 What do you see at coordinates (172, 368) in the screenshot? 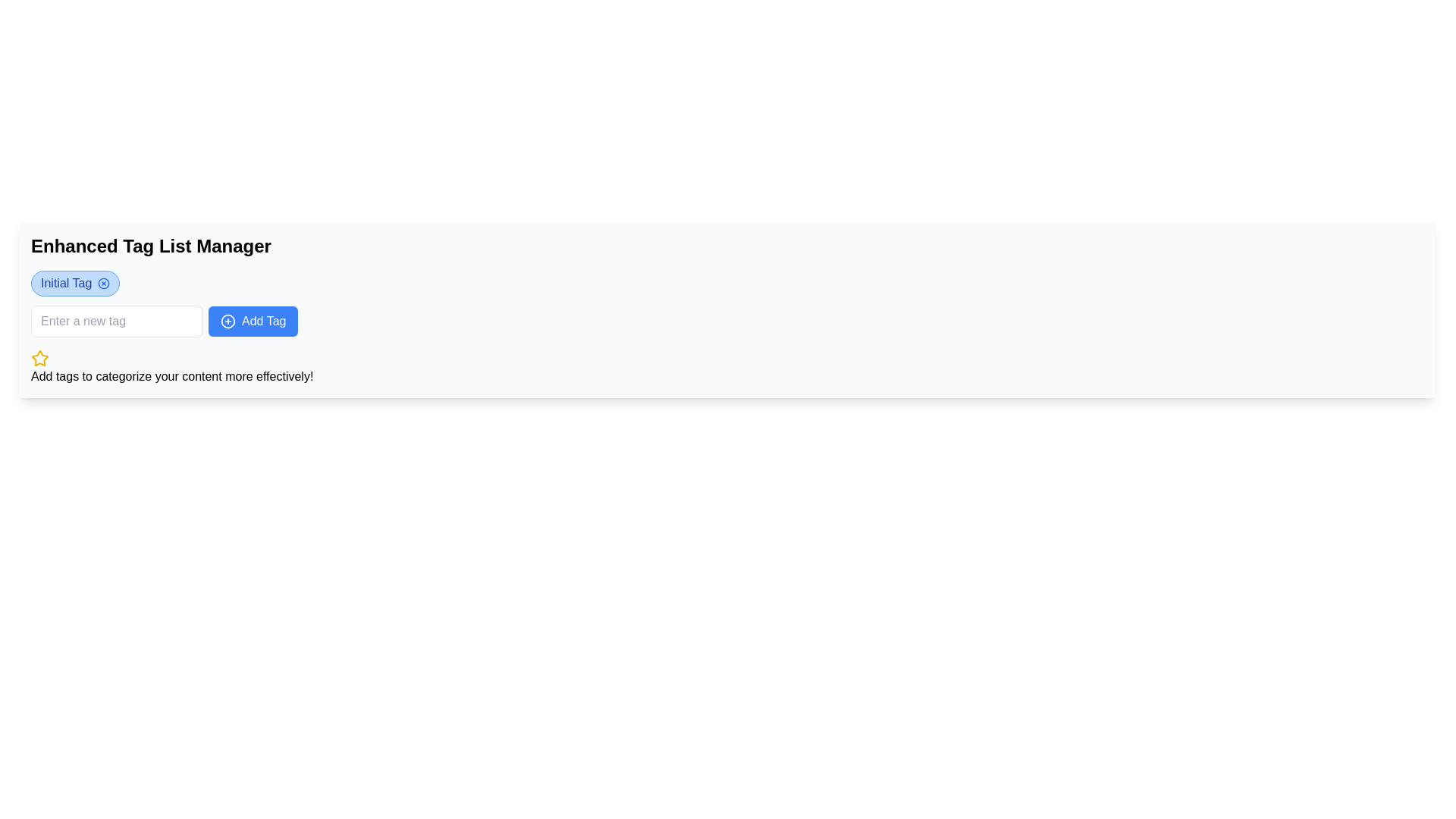
I see `the informational text label with an icon that guides users on how to effectively use the tagging feature, located beneath the 'Add Tag' section` at bounding box center [172, 368].